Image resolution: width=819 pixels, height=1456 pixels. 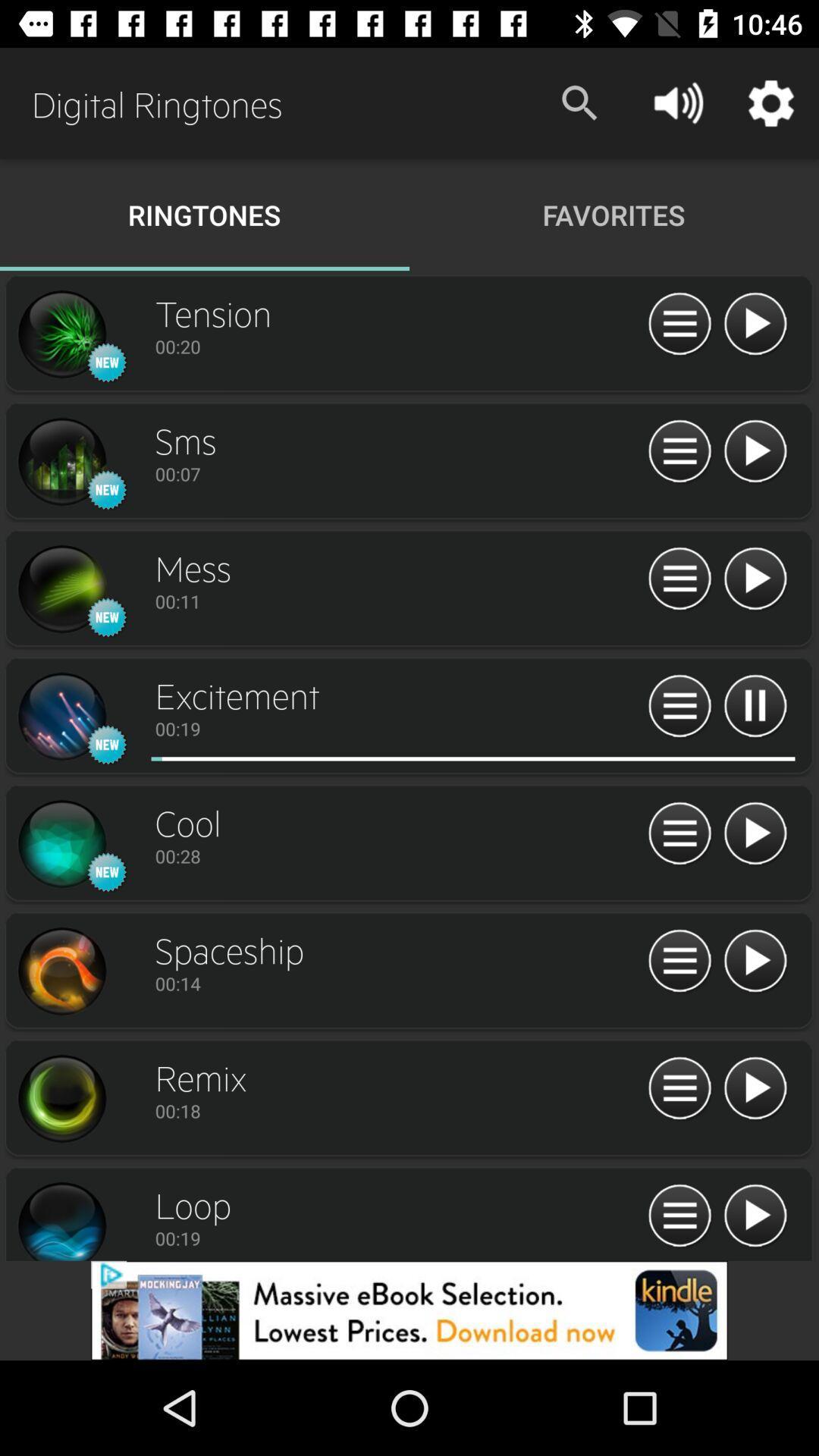 What do you see at coordinates (61, 971) in the screenshot?
I see `simpal` at bounding box center [61, 971].